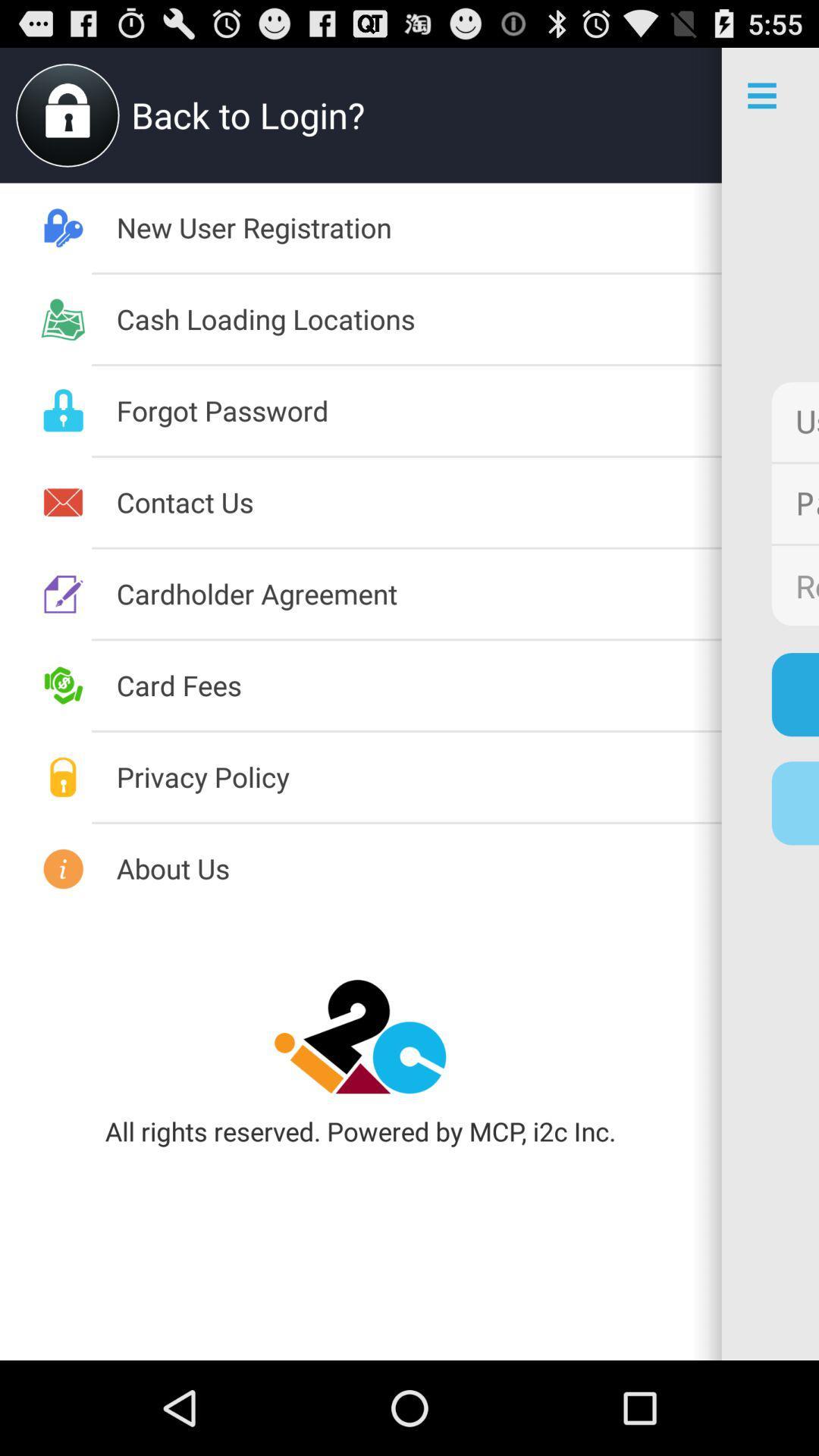  What do you see at coordinates (673, 115) in the screenshot?
I see `item above new user registration icon` at bounding box center [673, 115].